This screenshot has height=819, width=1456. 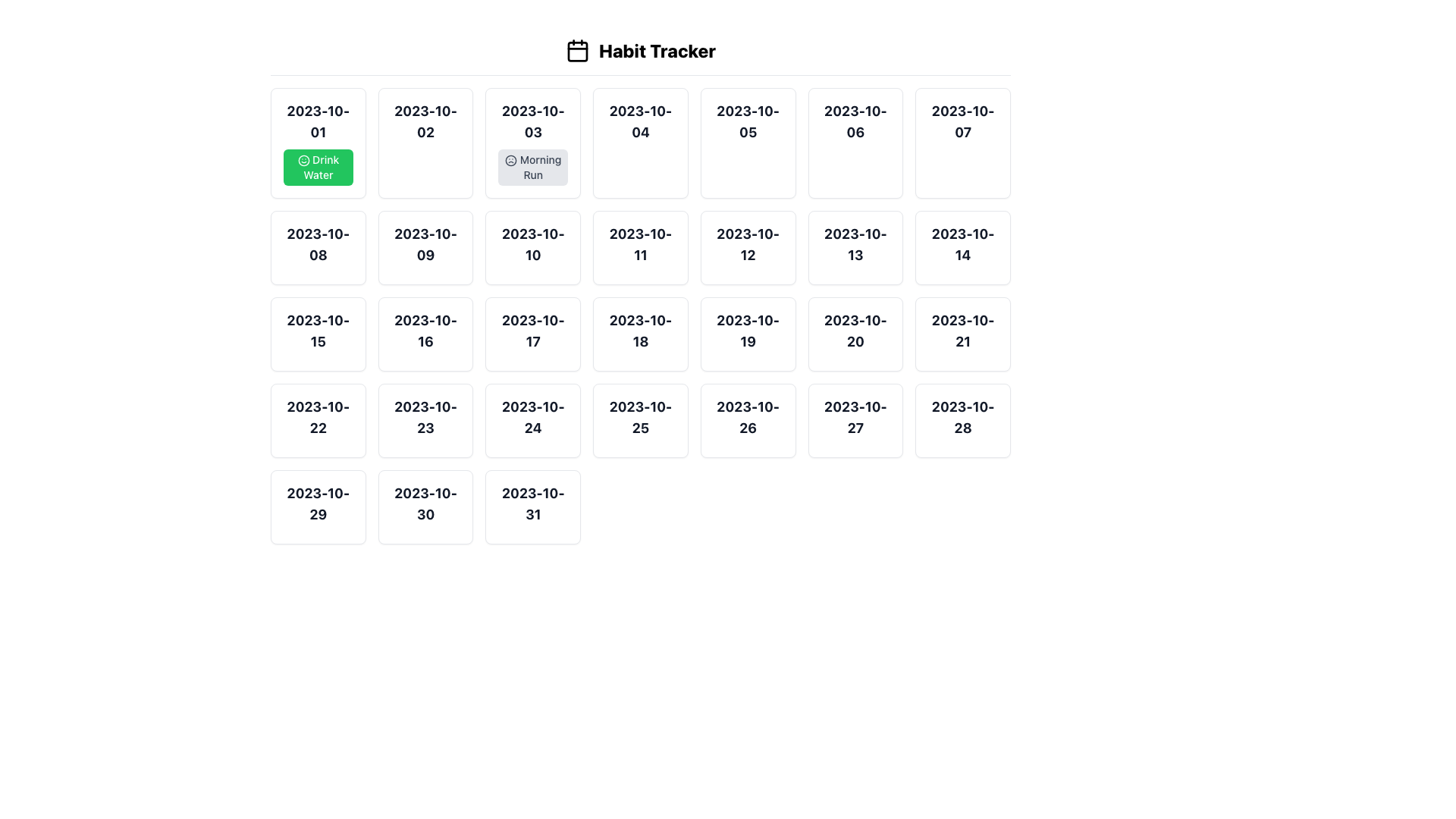 I want to click on the calendar date button located in the habit tracker interface, which is positioned between the dates '2023-10-15' and '2023-10-17', so click(x=425, y=333).